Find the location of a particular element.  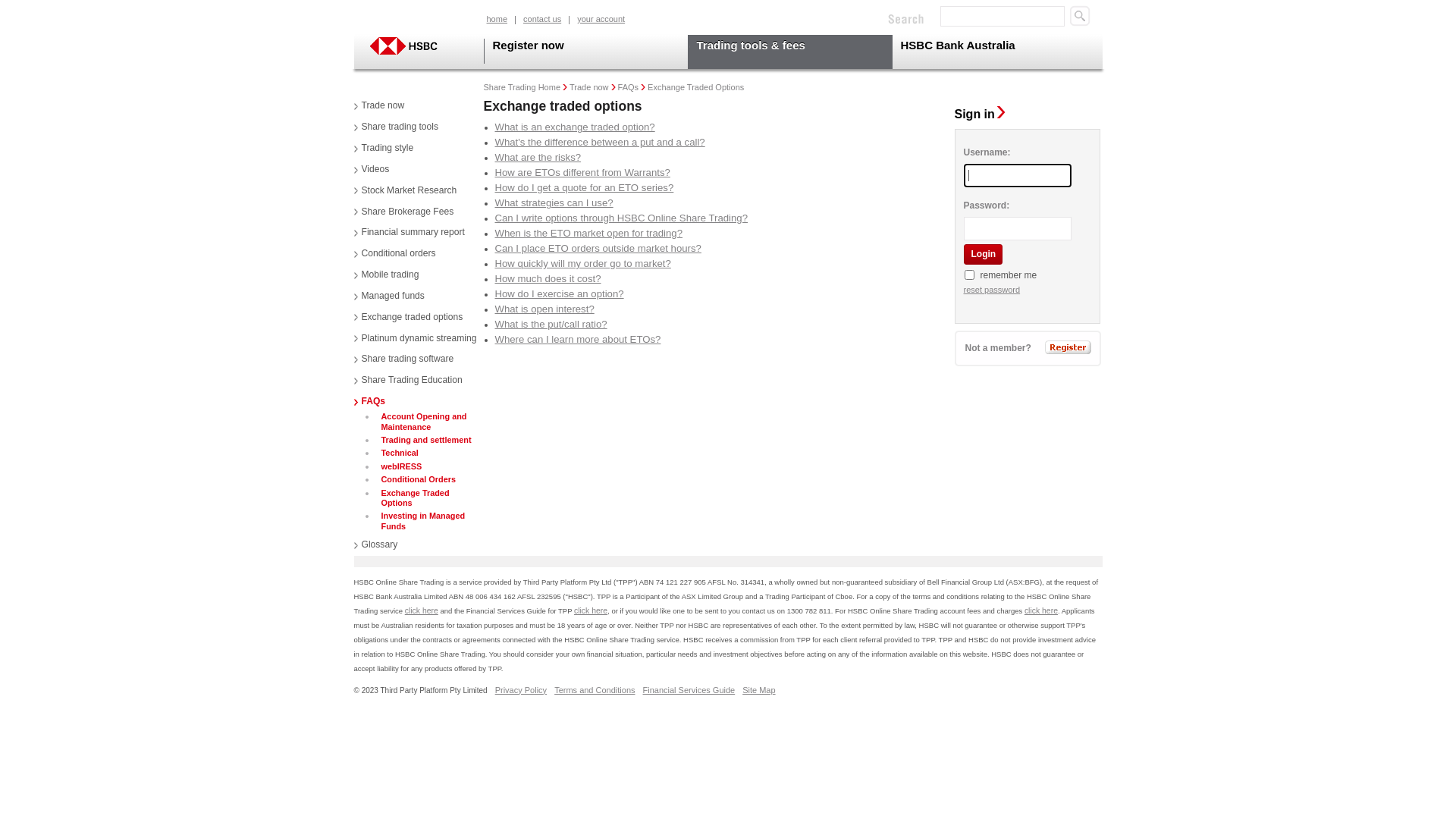

'HSBC Bank Australia' is located at coordinates (991, 51).